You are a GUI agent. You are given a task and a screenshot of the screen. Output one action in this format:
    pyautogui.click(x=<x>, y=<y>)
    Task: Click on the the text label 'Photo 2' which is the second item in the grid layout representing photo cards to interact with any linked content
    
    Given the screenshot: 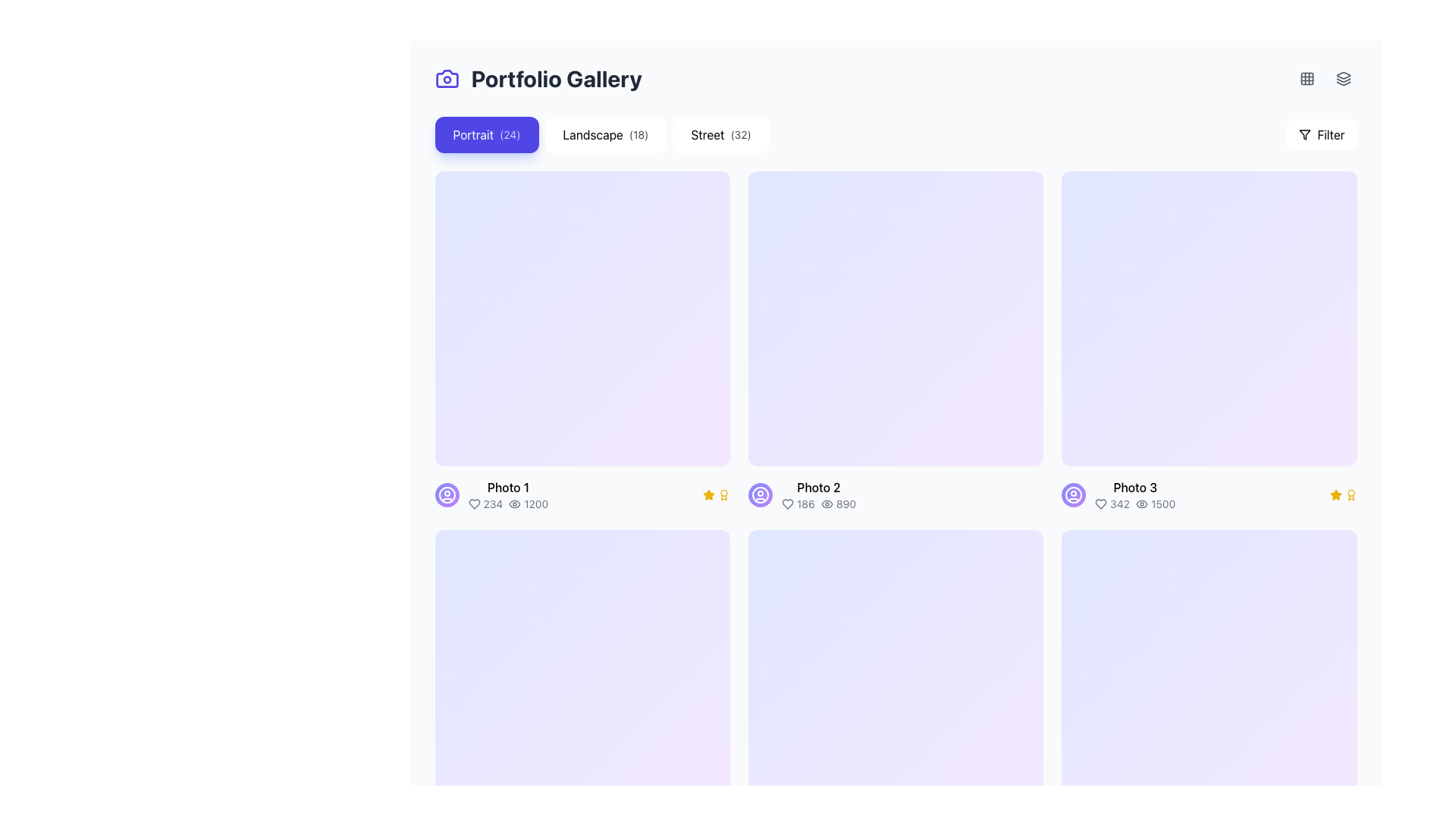 What is the action you would take?
    pyautogui.click(x=817, y=494)
    